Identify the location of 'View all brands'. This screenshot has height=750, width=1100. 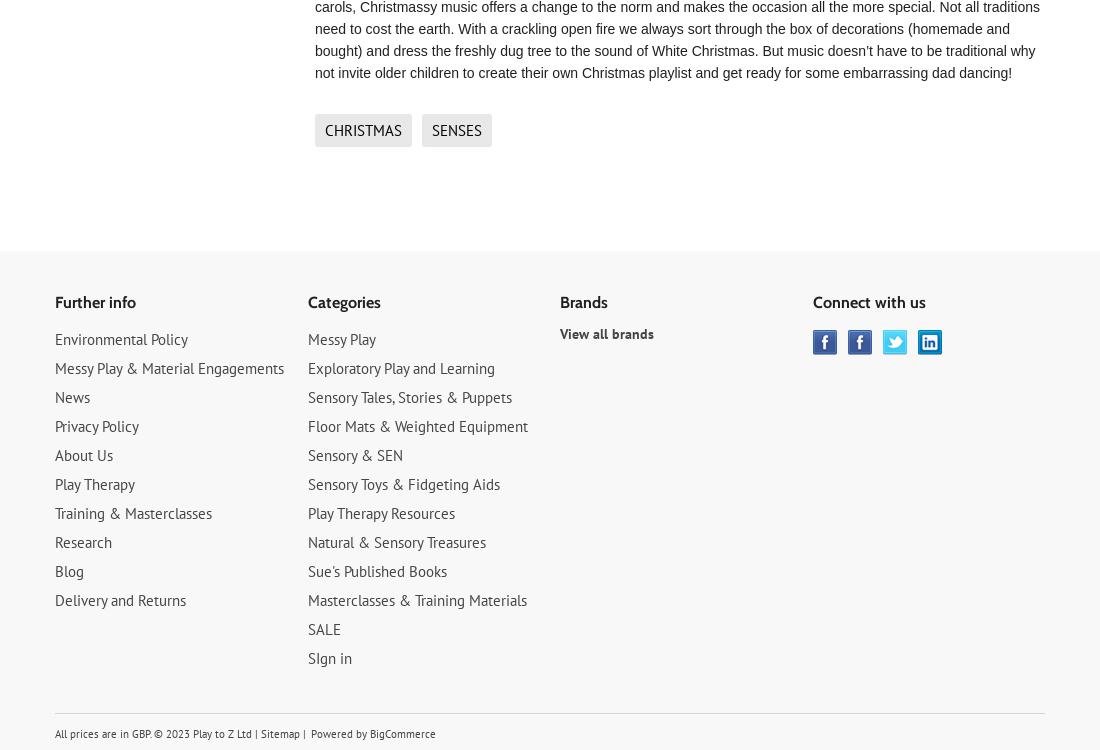
(605, 332).